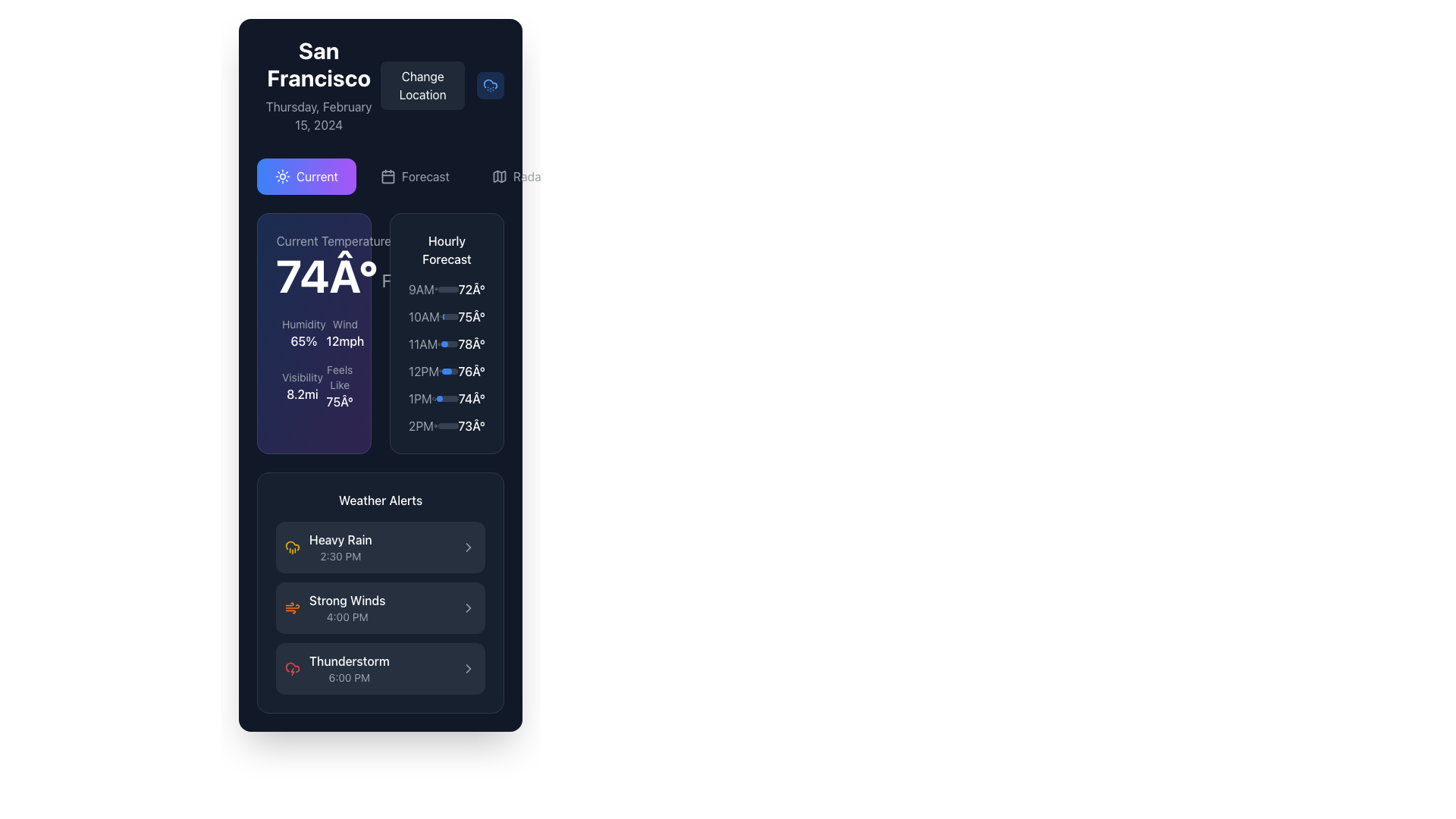  I want to click on the progress bar indicating the '10AM' hourly forecast, located to the right of the '10AM' text and cloud icon, and to the left of the temperature reading '75°', so click(450, 315).